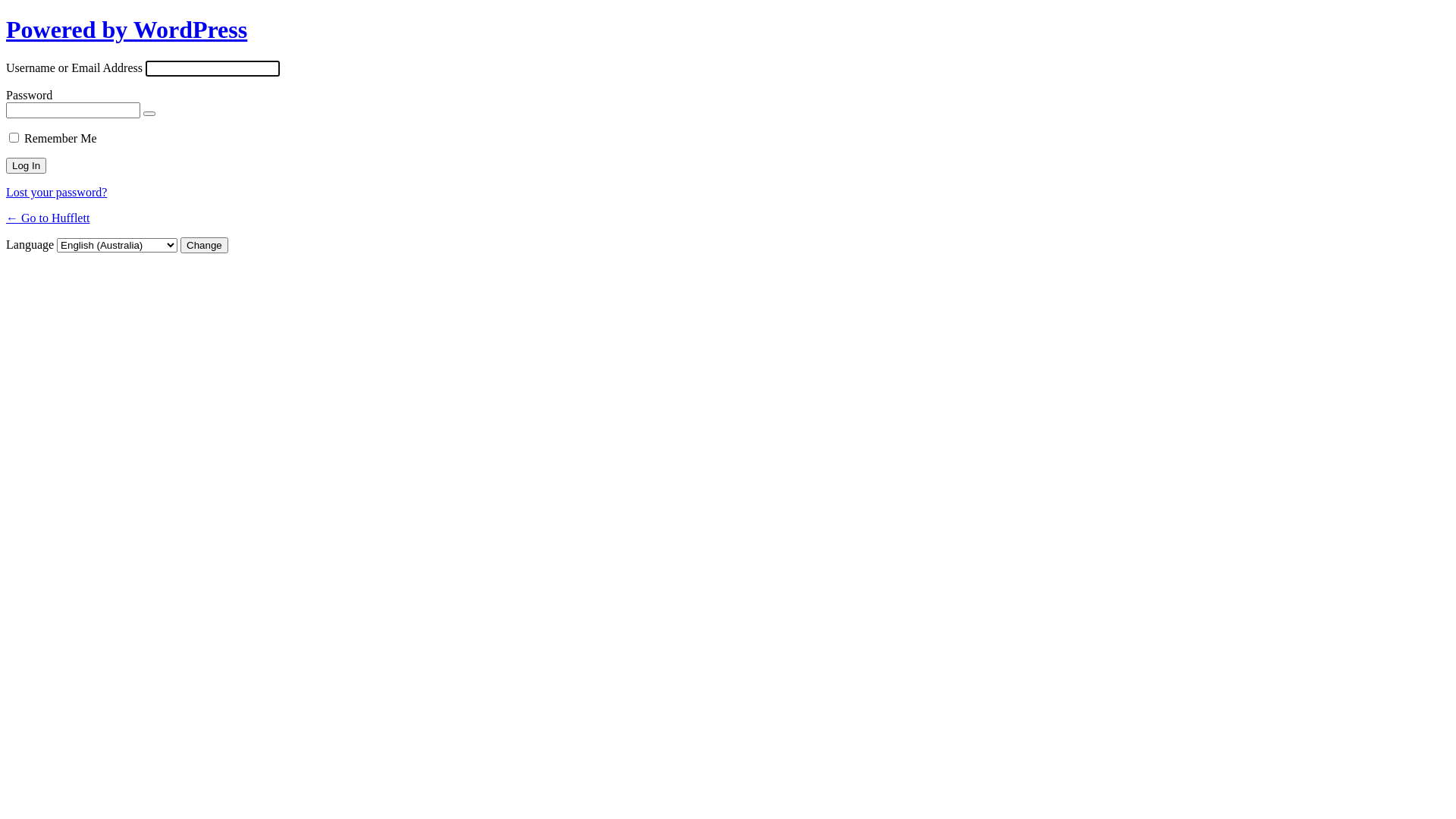  What do you see at coordinates (127, 29) in the screenshot?
I see `'Powered by WordPress'` at bounding box center [127, 29].